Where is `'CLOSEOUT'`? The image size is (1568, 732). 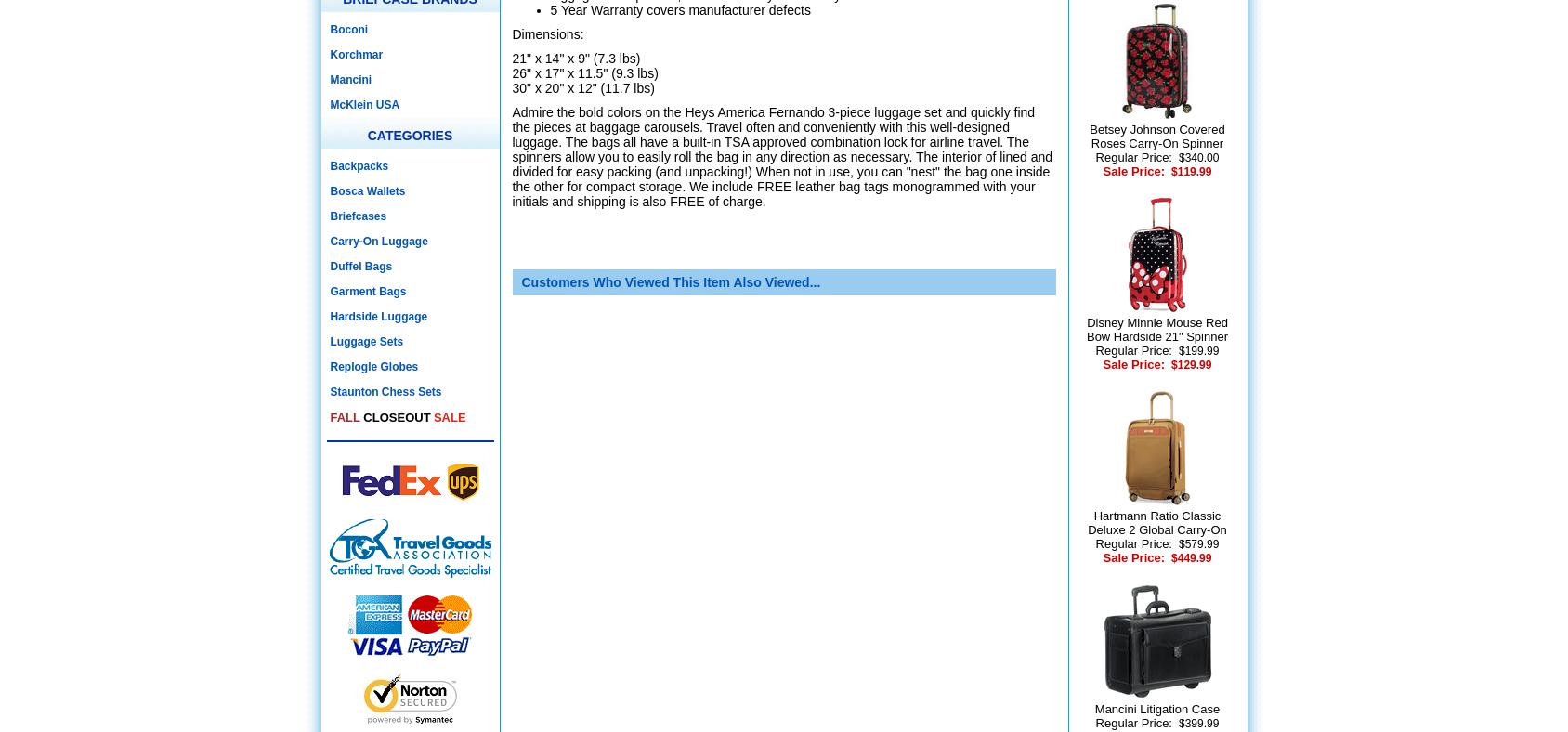
'CLOSEOUT' is located at coordinates (396, 416).